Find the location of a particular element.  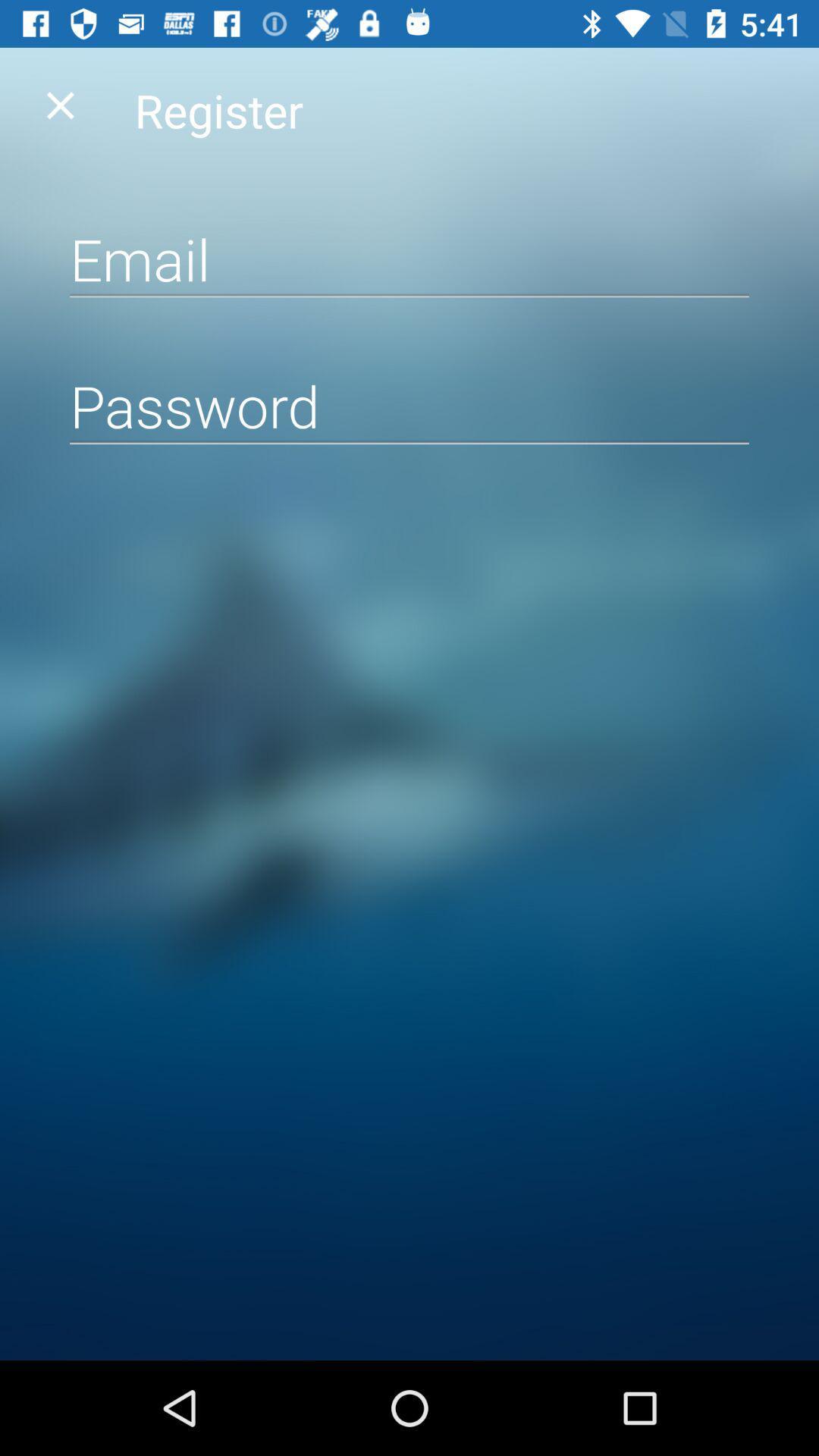

an email is located at coordinates (409, 259).